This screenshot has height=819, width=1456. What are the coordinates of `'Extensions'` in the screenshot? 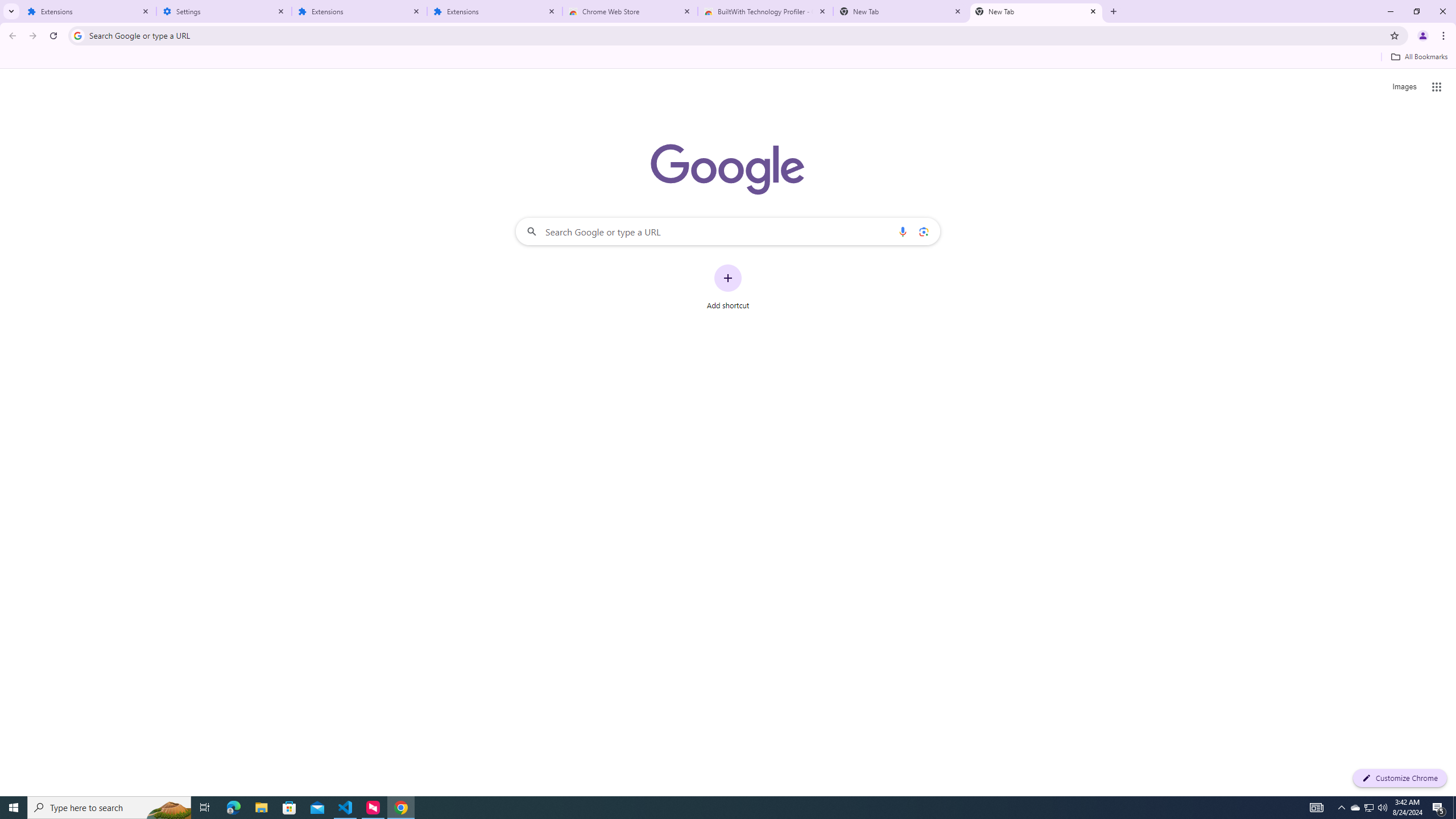 It's located at (494, 11).